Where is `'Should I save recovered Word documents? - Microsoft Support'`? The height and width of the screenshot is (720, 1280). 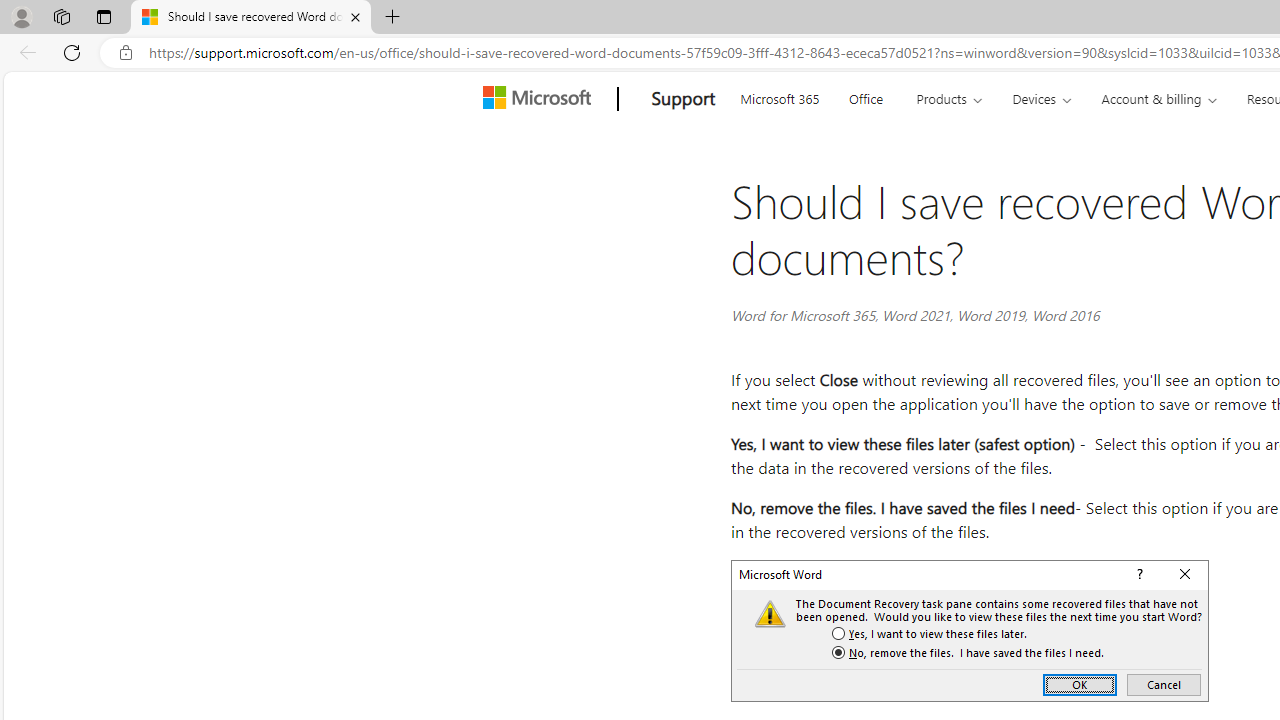 'Should I save recovered Word documents? - Microsoft Support' is located at coordinates (249, 17).